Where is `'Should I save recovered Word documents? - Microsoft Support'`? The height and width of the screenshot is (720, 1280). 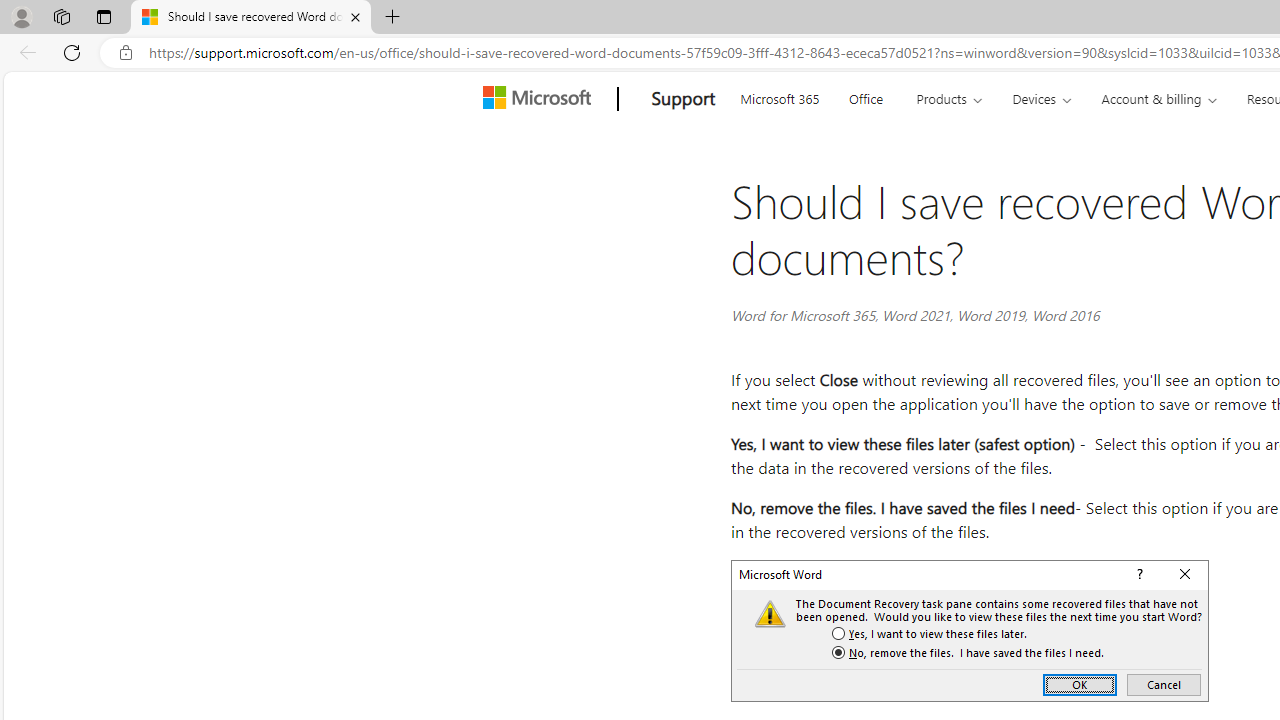 'Should I save recovered Word documents? - Microsoft Support' is located at coordinates (249, 17).